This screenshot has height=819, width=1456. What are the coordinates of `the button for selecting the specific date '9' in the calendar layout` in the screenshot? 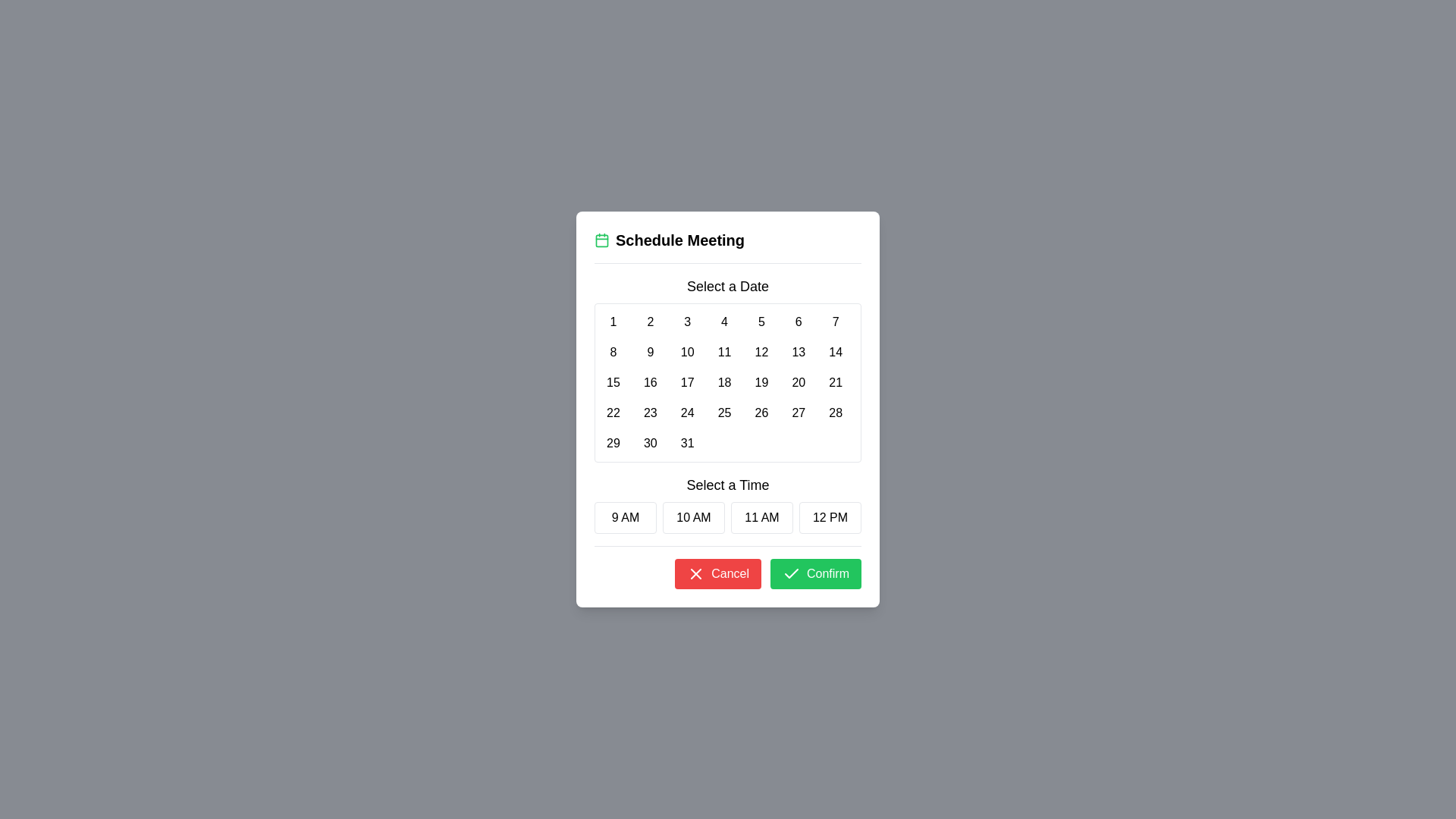 It's located at (650, 353).